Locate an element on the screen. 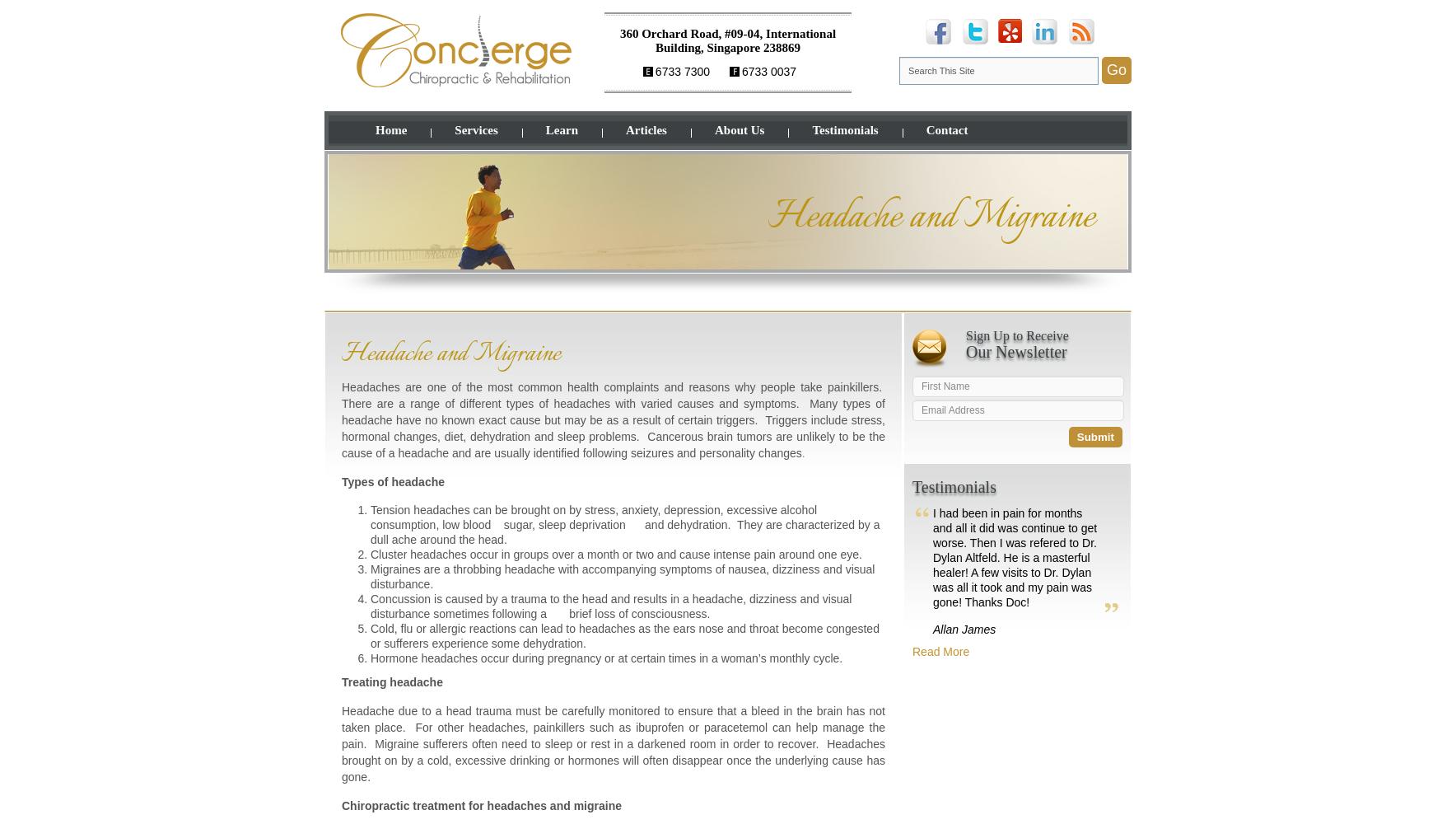 This screenshot has width=1456, height=824. '.' is located at coordinates (802, 453).